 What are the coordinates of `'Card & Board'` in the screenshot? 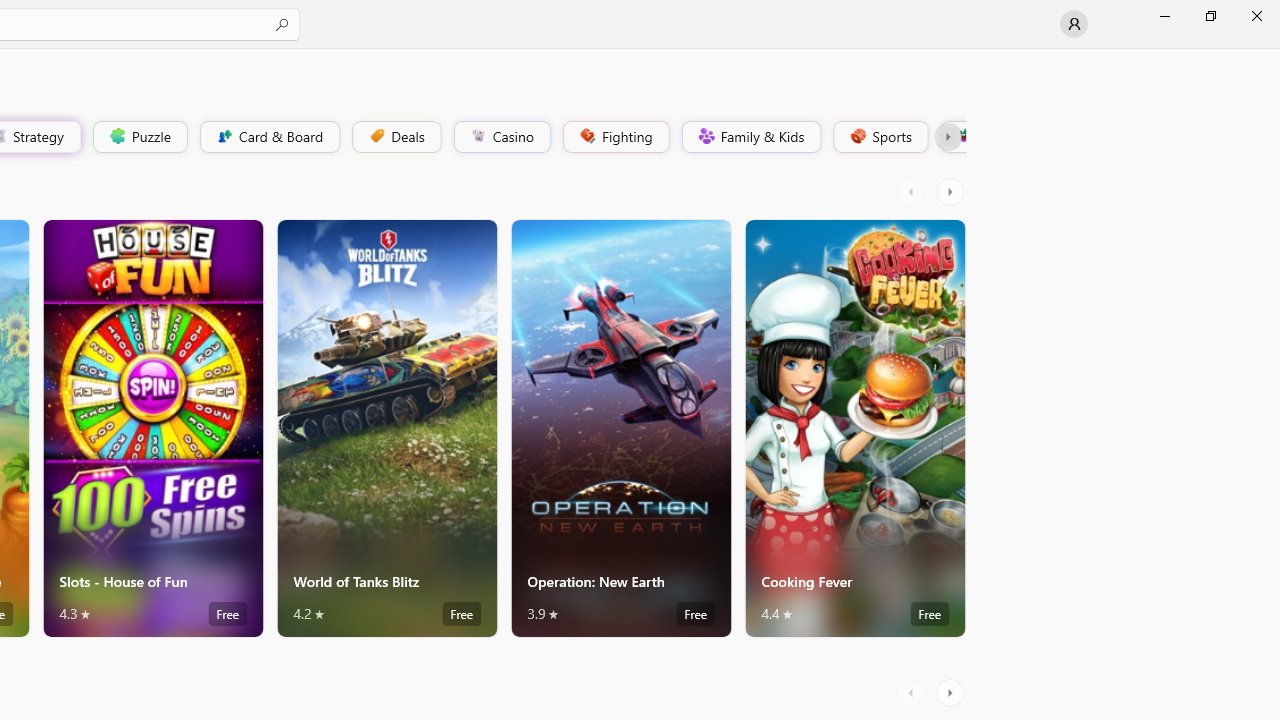 It's located at (267, 135).